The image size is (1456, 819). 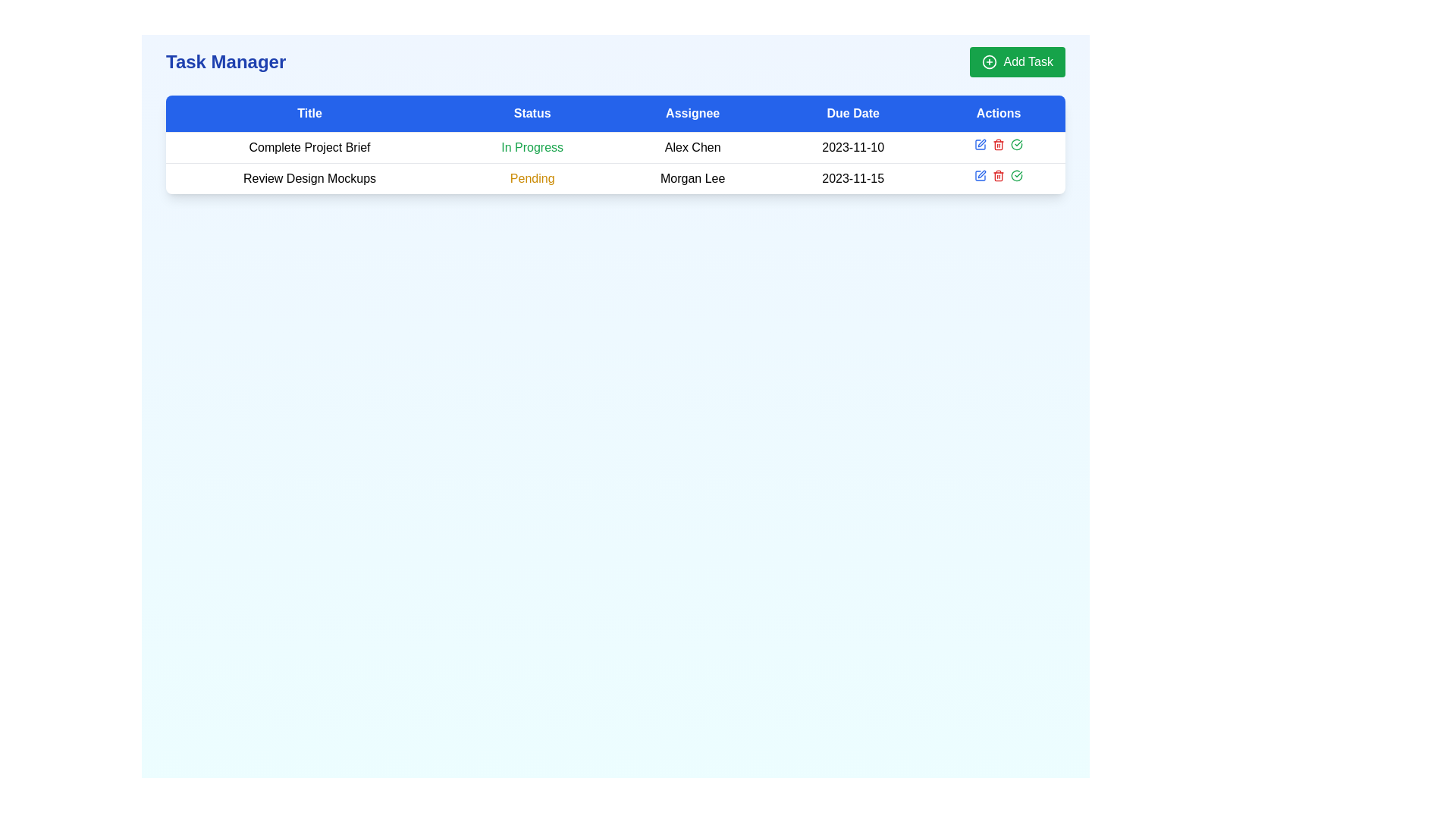 I want to click on the editing tool icon (pen/pencil) located in the second row under the 'Actions' column of the data table, so click(x=982, y=143).